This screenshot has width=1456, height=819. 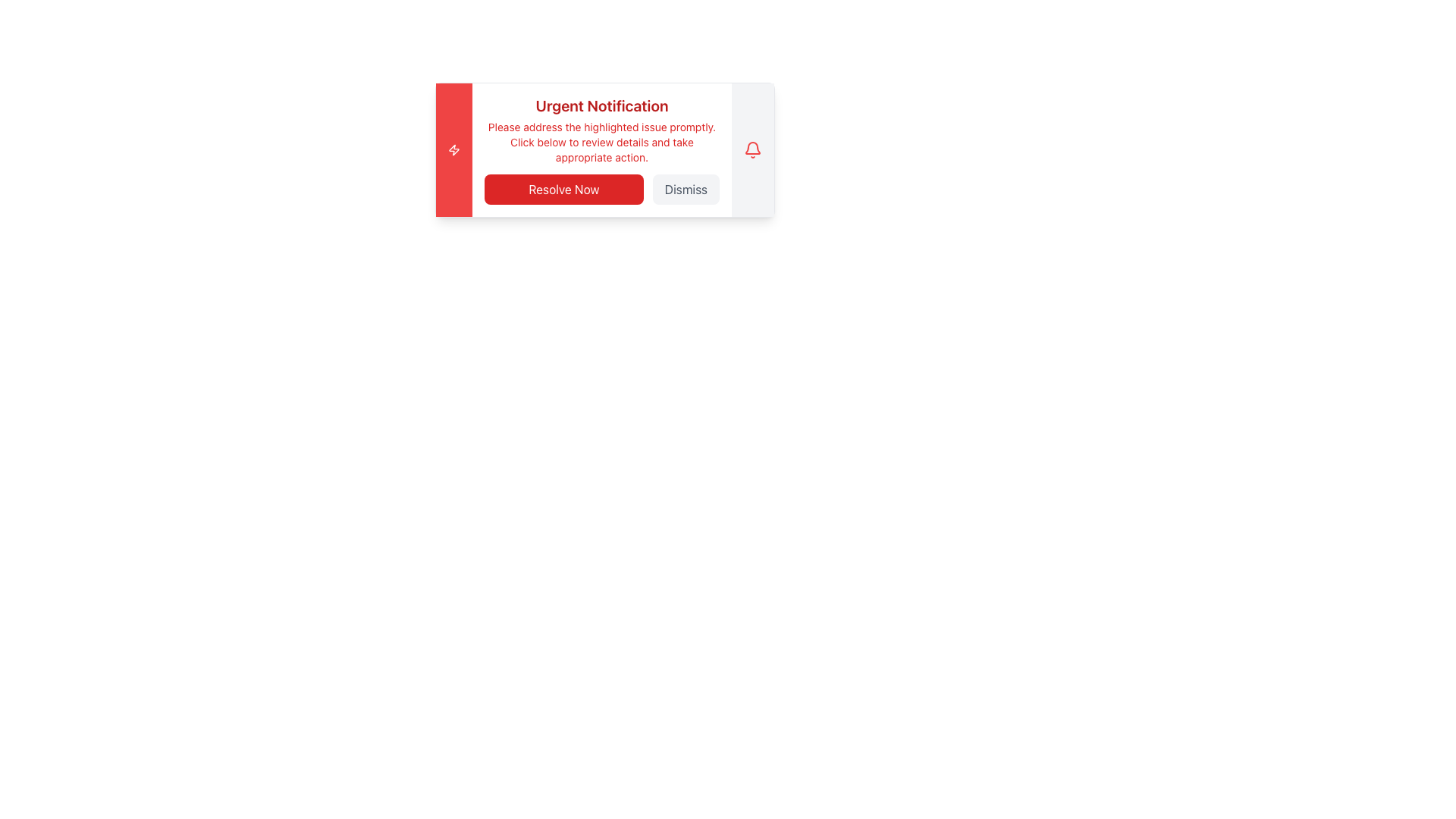 I want to click on the lightning bolt icon with a white borderless design on a red background, located centrally within the red rectangular block on the far-left side of the notification card, so click(x=453, y=149).